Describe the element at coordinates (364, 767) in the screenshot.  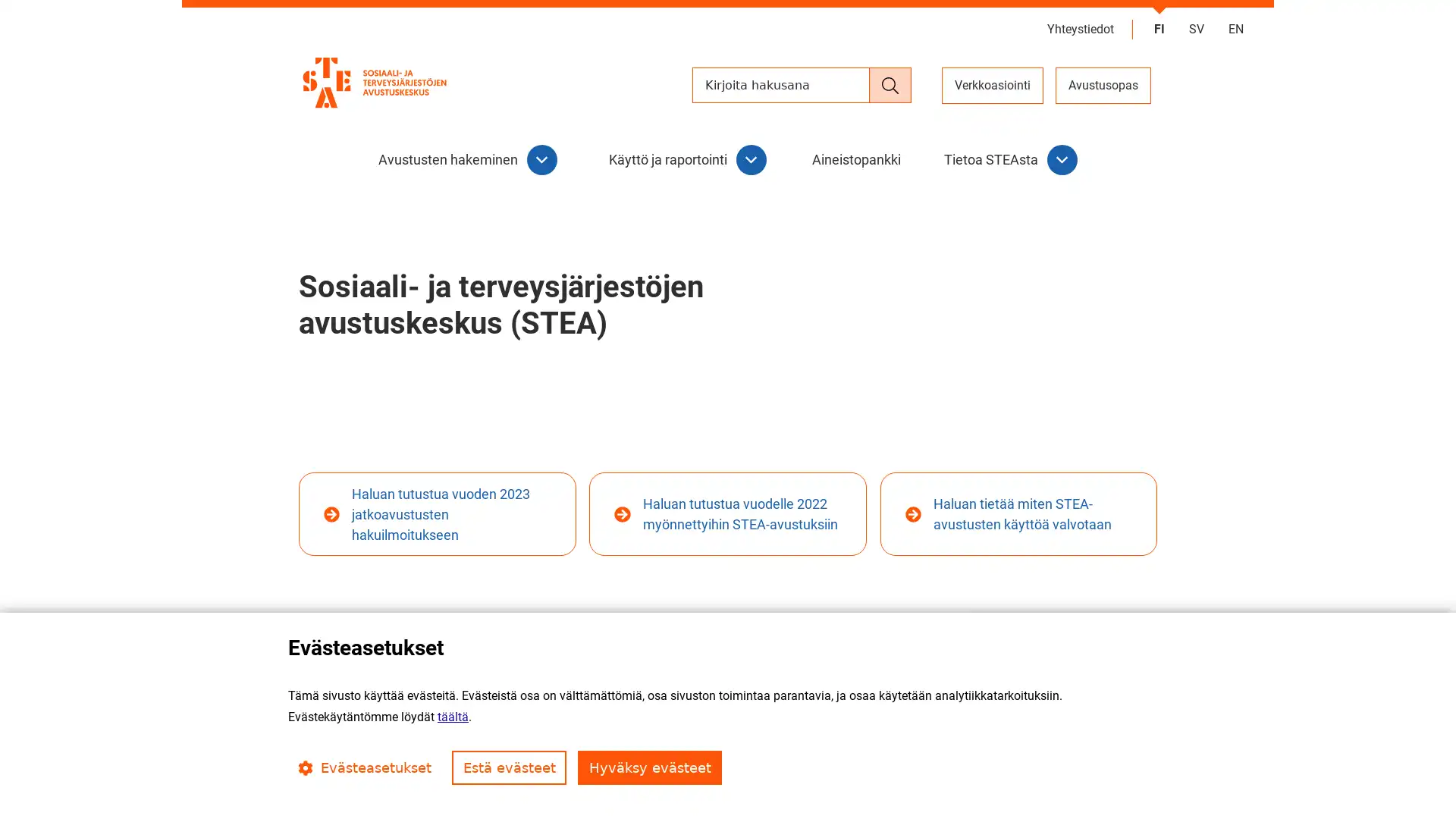
I see `Evasteasetukset` at that location.